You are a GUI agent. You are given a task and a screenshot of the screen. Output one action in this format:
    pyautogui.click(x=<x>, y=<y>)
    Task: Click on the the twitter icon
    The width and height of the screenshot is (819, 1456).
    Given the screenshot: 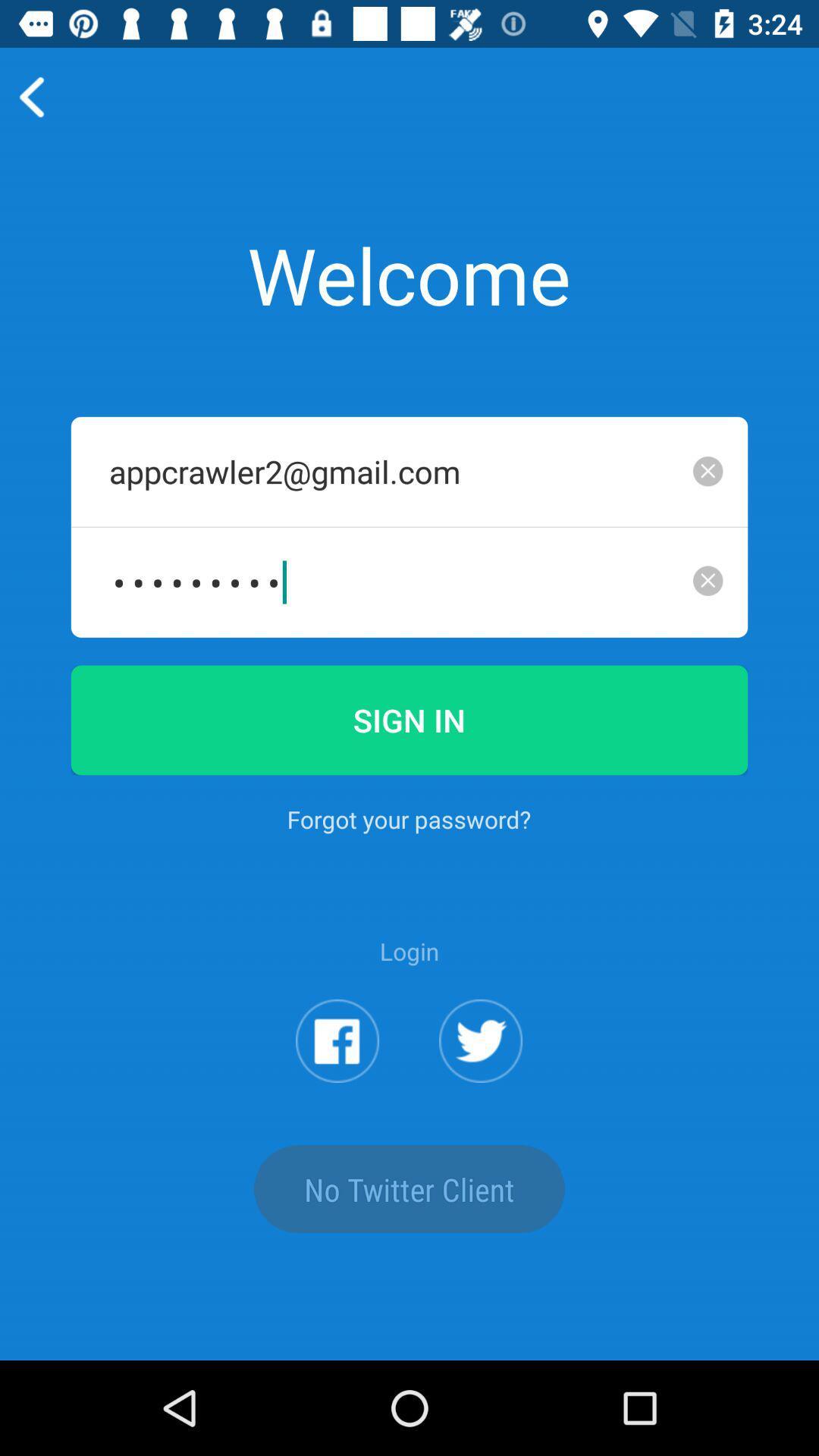 What is the action you would take?
    pyautogui.click(x=481, y=1114)
    